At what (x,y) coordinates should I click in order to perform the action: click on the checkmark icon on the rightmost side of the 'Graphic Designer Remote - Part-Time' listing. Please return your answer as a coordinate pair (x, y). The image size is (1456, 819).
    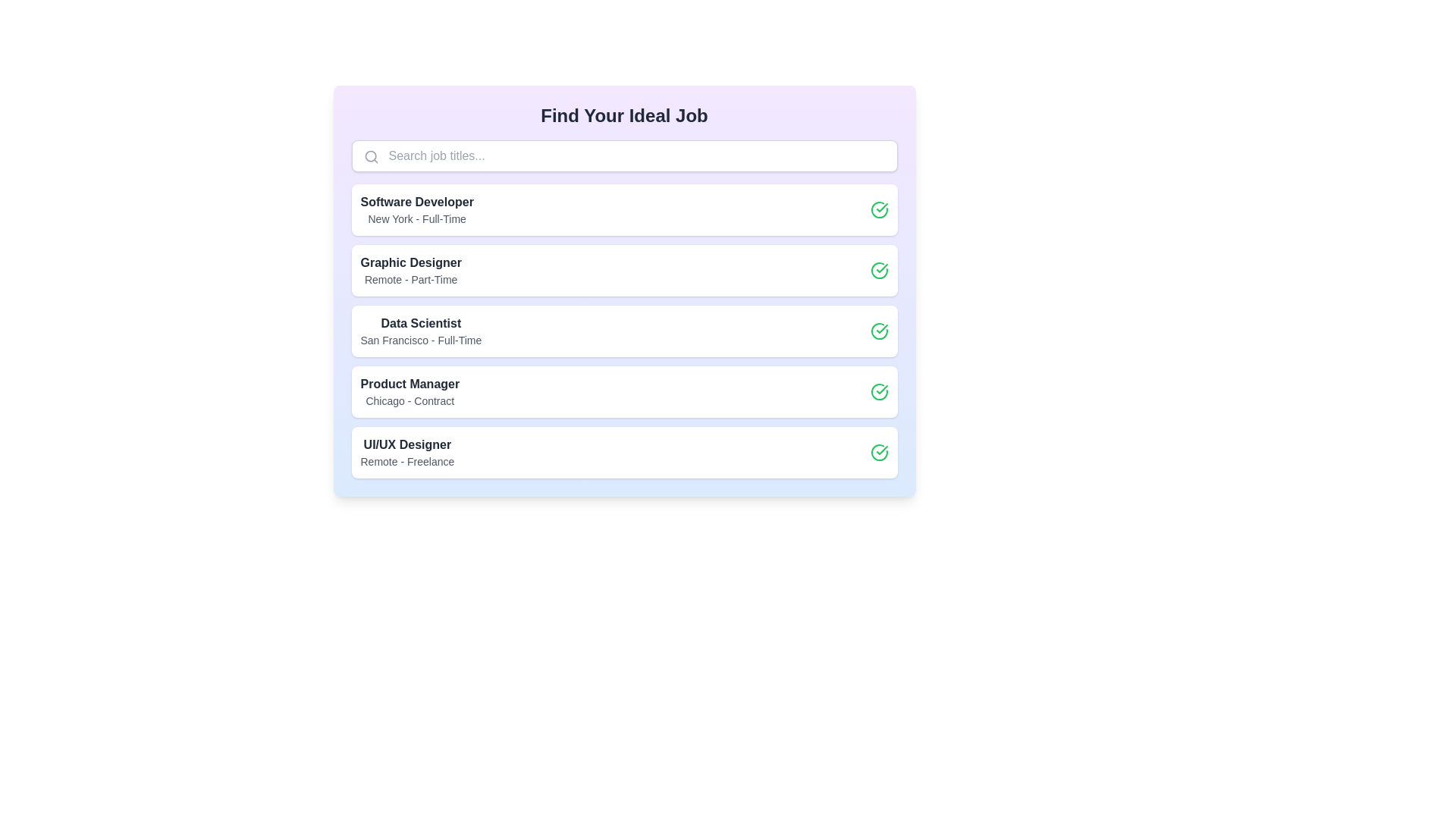
    Looking at the image, I should click on (879, 270).